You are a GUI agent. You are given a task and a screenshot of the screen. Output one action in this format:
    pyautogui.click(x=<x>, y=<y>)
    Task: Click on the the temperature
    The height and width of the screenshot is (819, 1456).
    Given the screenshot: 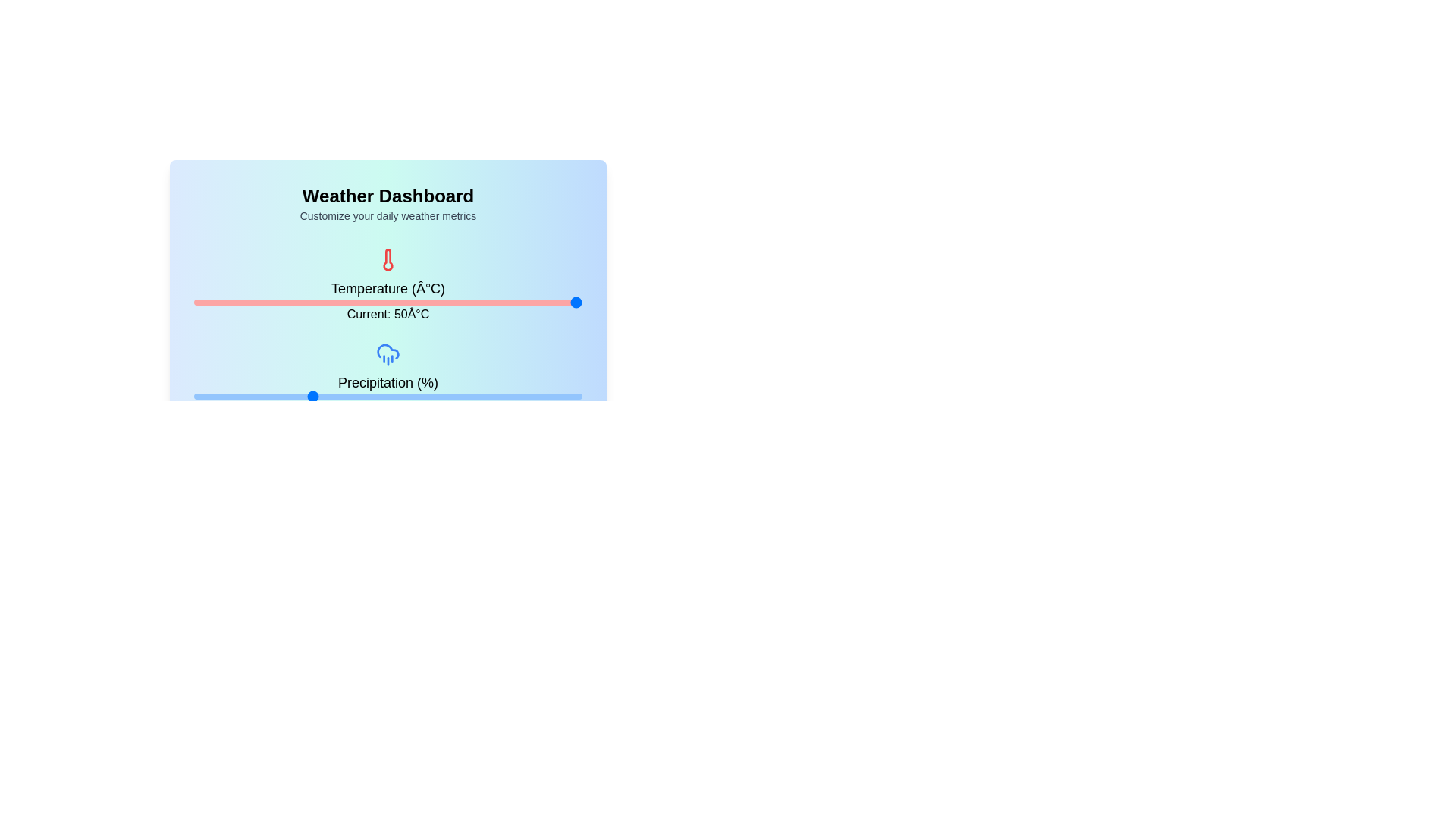 What is the action you would take?
    pyautogui.click(x=309, y=302)
    